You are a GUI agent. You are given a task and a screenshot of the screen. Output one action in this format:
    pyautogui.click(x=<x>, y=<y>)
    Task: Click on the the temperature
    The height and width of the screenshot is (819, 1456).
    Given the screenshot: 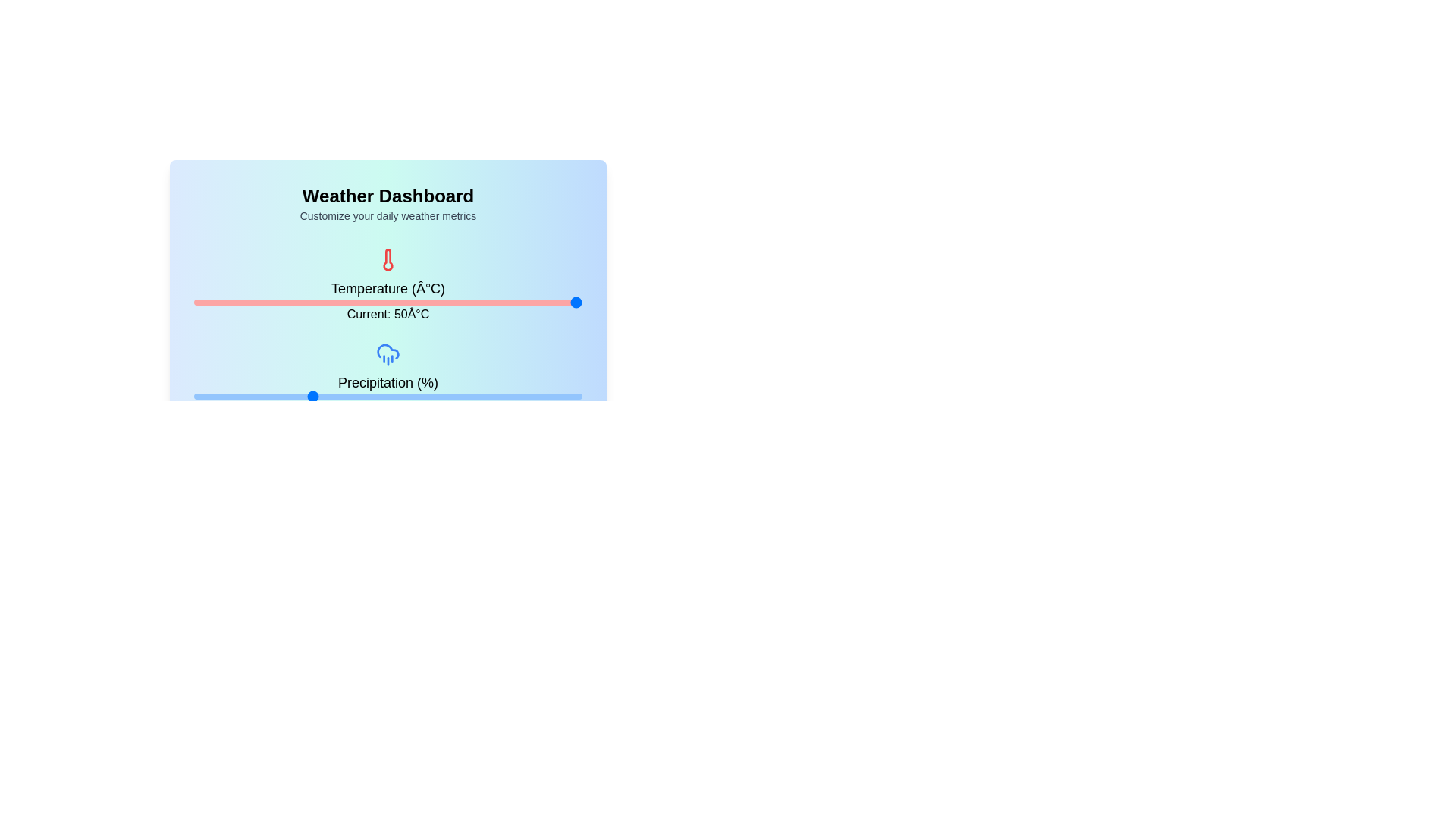 What is the action you would take?
    pyautogui.click(x=309, y=302)
    